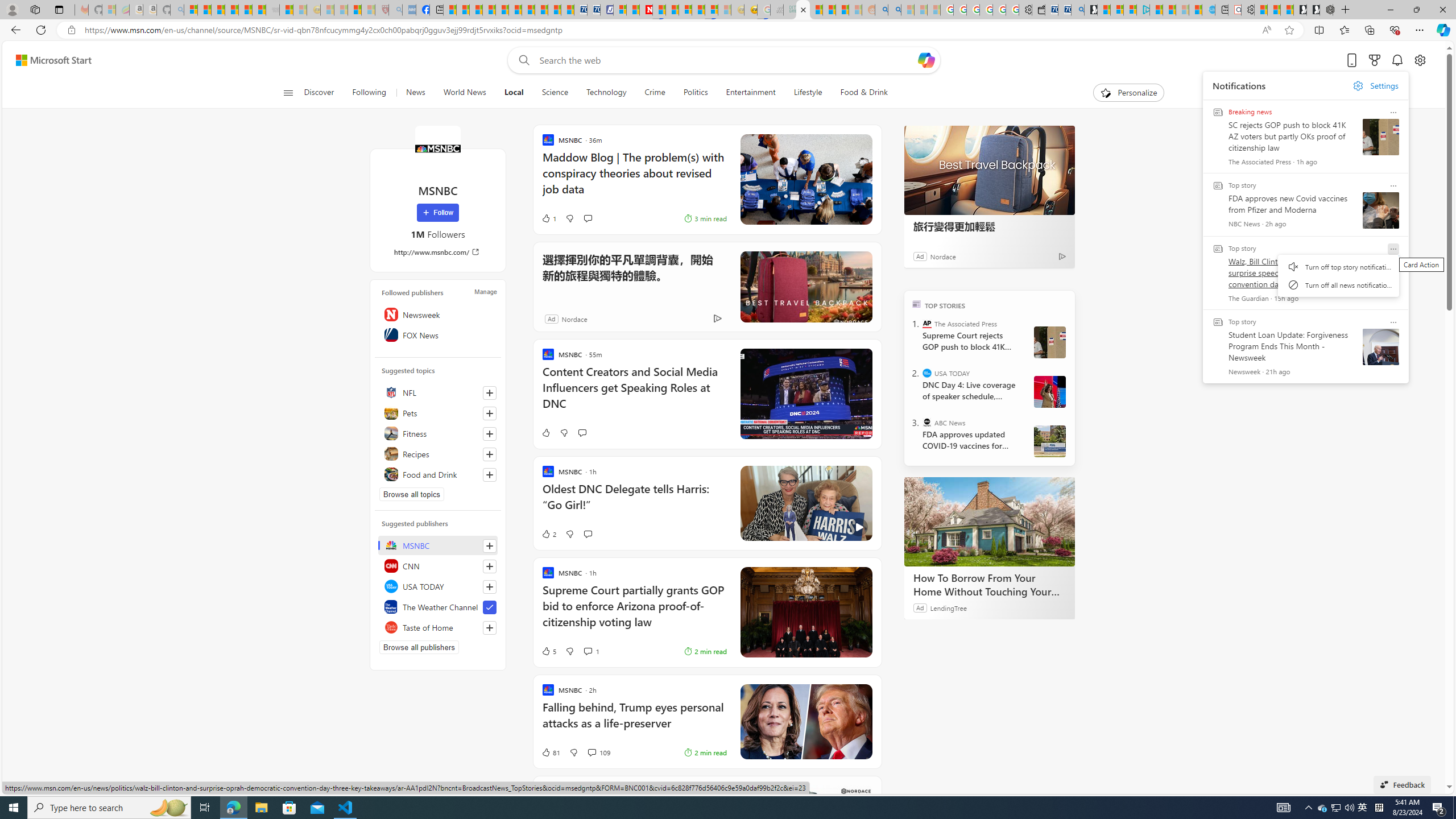 Image resolution: width=1456 pixels, height=819 pixels. I want to click on 'Browse all publishers', so click(419, 647).